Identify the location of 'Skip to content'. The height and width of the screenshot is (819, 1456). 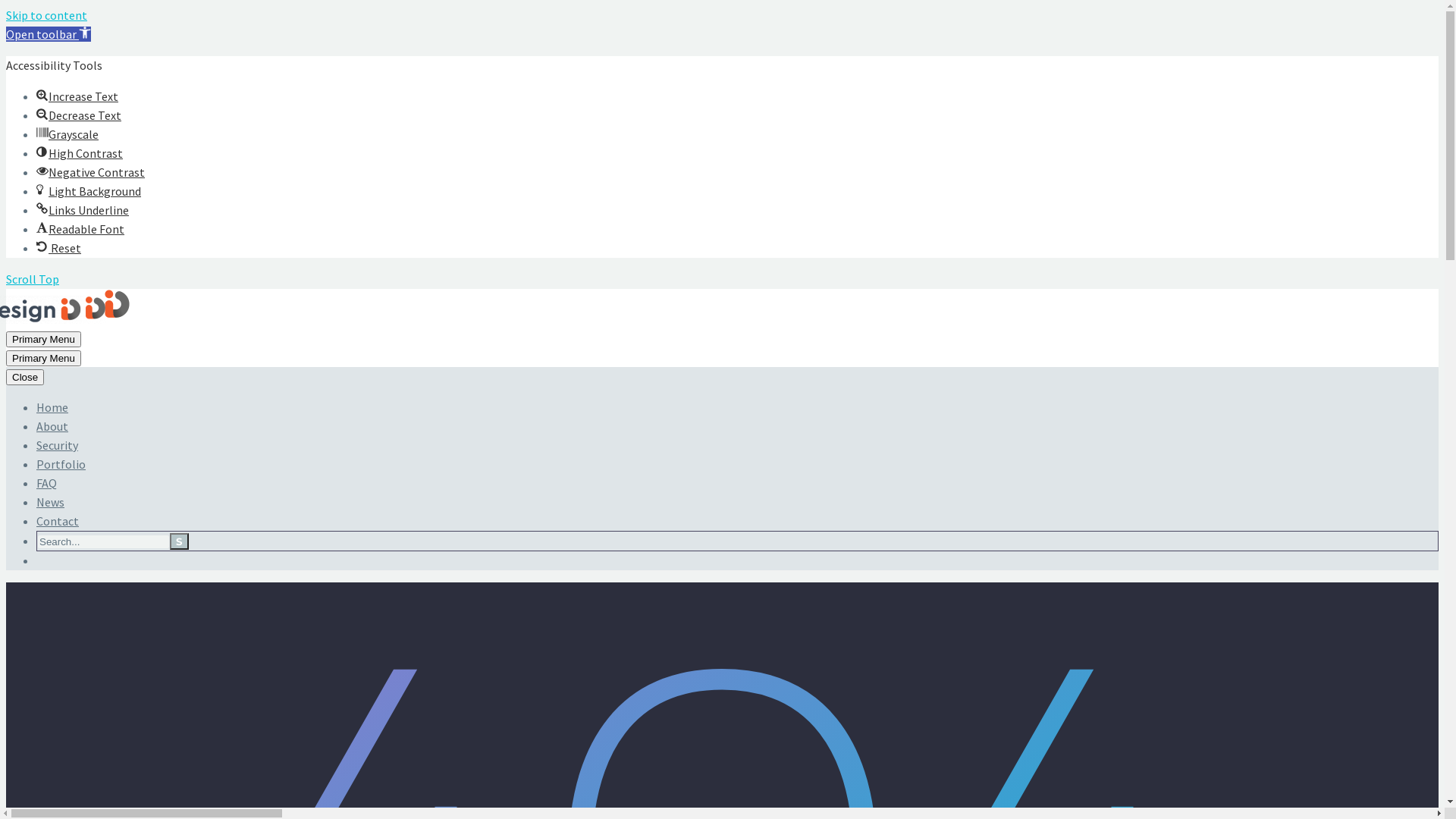
(46, 14).